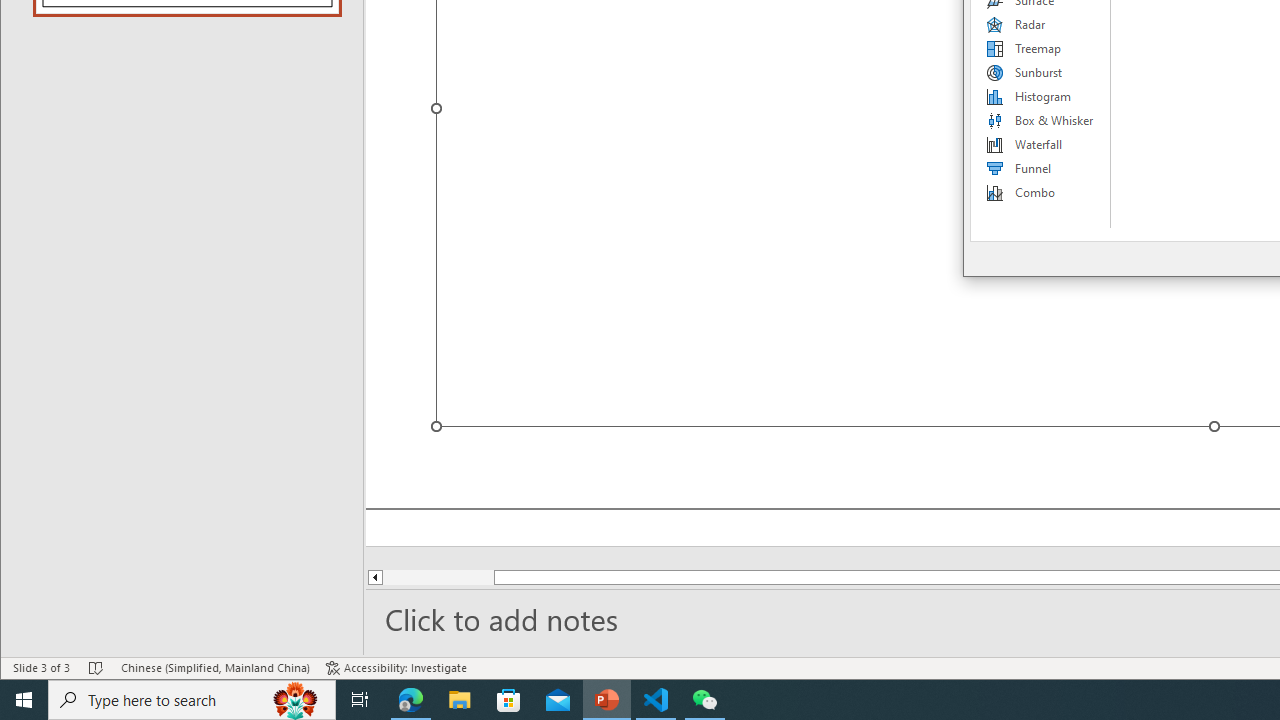 The height and width of the screenshot is (720, 1280). Describe the element at coordinates (1040, 167) in the screenshot. I see `'Funnel'` at that location.